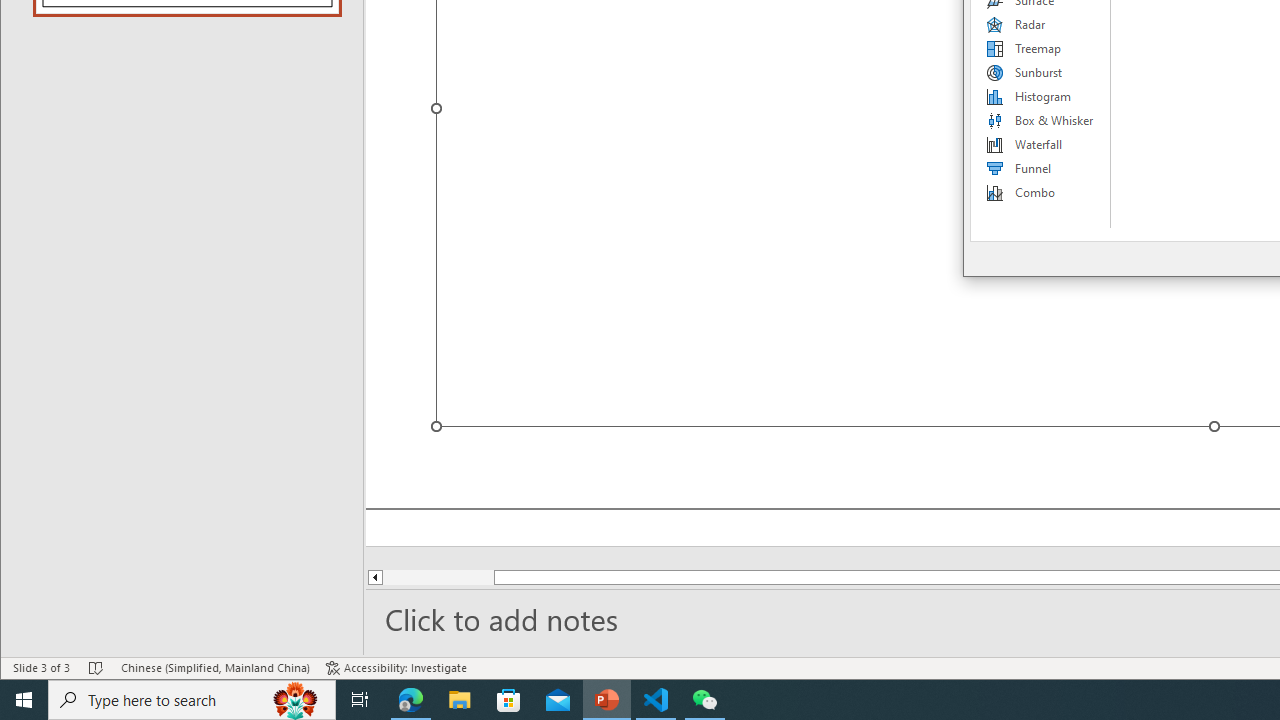 The height and width of the screenshot is (720, 1280). Describe the element at coordinates (1040, 167) in the screenshot. I see `'Funnel'` at that location.